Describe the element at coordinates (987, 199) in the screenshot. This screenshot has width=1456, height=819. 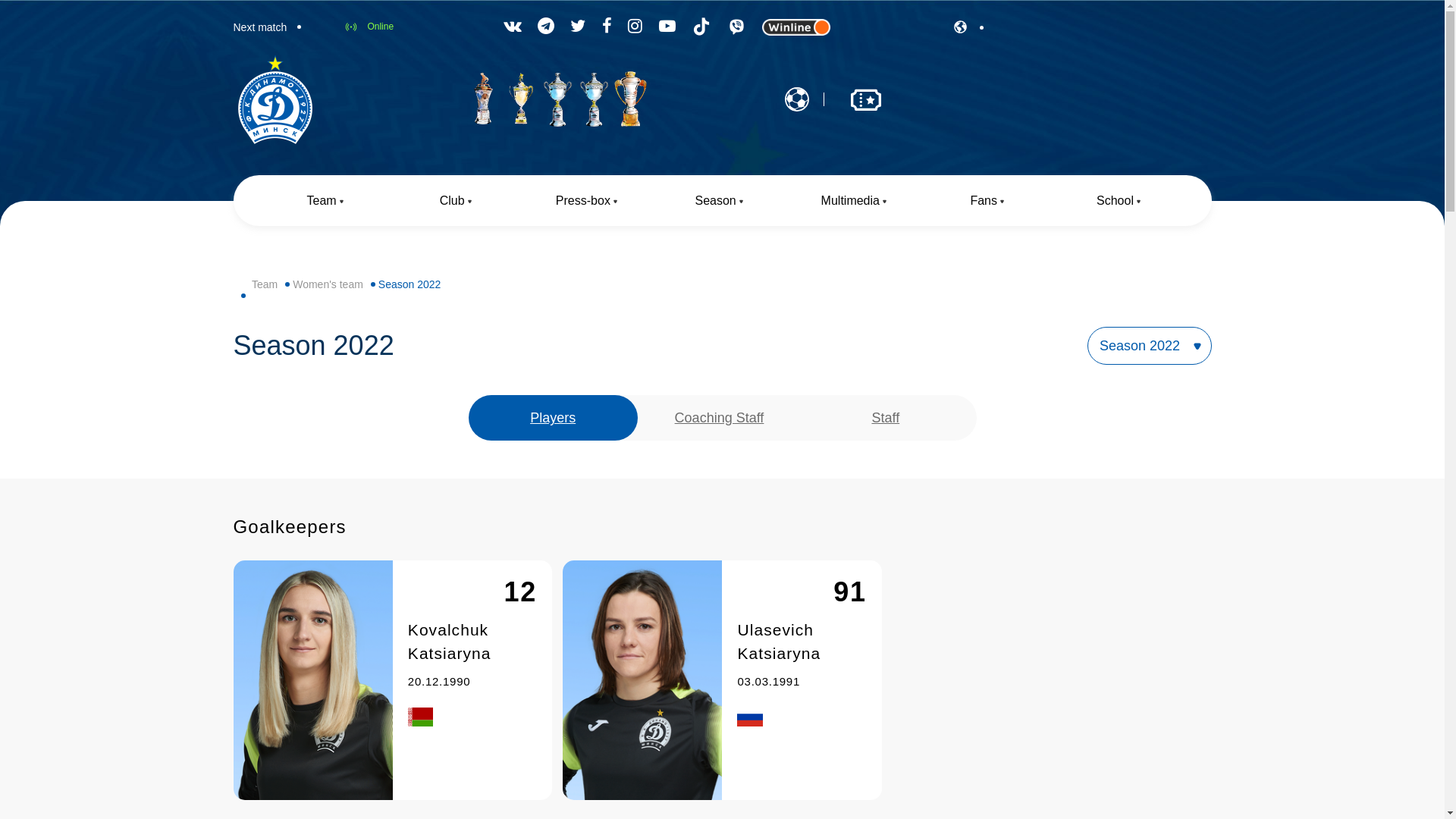
I see `'Fans'` at that location.